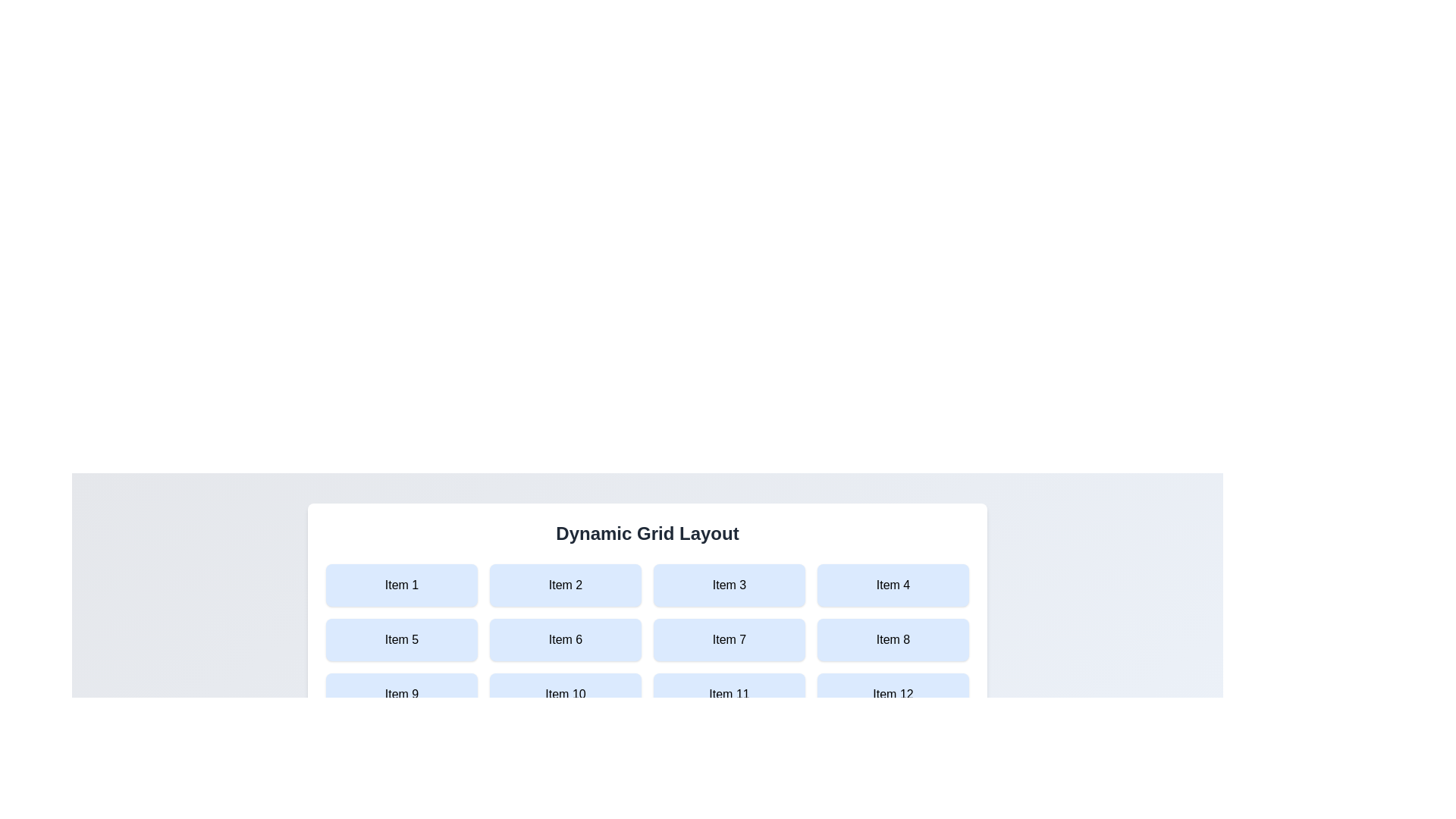  What do you see at coordinates (401, 584) in the screenshot?
I see `the first button in the grid layout, which is located at the top-left corner` at bounding box center [401, 584].